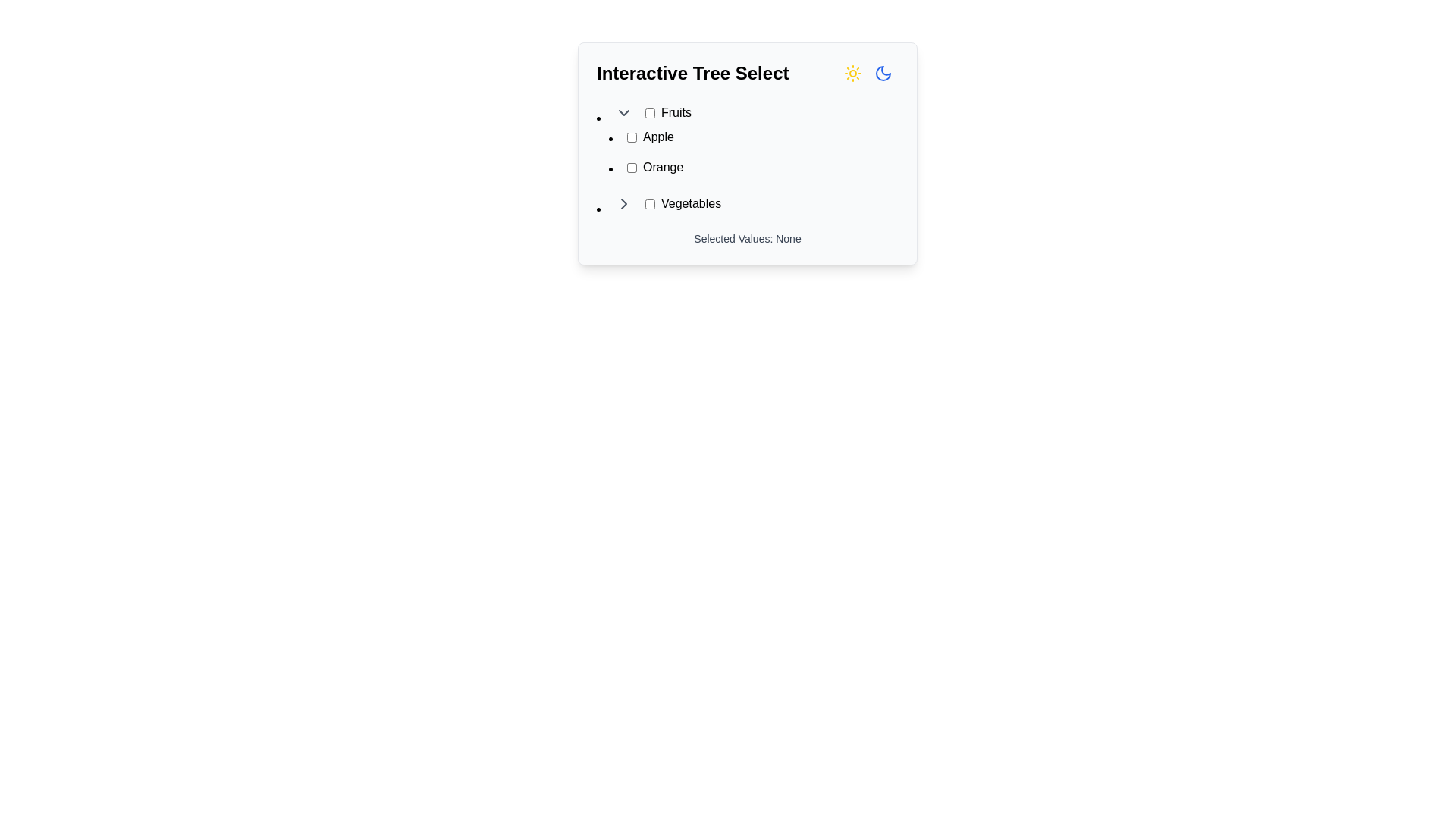  What do you see at coordinates (883, 73) in the screenshot?
I see `the blue moon-shaped icon in the top-right corner of the card's header` at bounding box center [883, 73].